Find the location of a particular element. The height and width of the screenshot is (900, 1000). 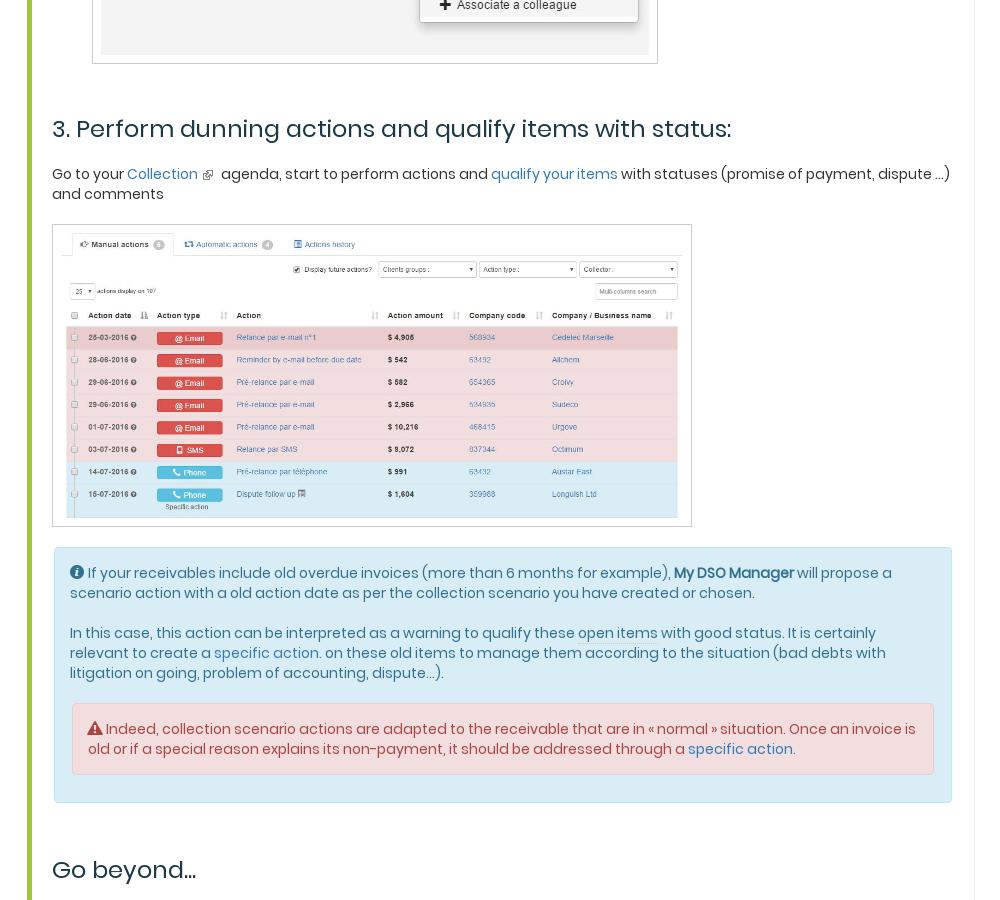

'open items' is located at coordinates (617, 631).